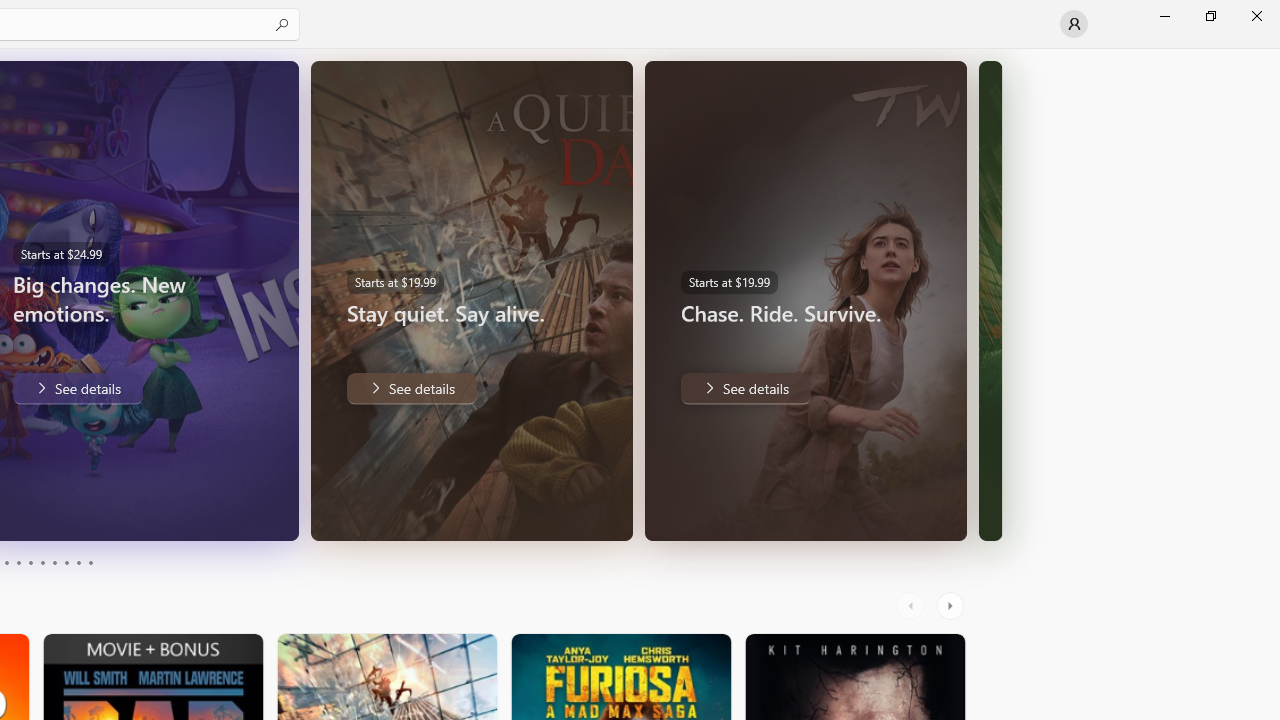  What do you see at coordinates (78, 563) in the screenshot?
I see `'Page 9'` at bounding box center [78, 563].